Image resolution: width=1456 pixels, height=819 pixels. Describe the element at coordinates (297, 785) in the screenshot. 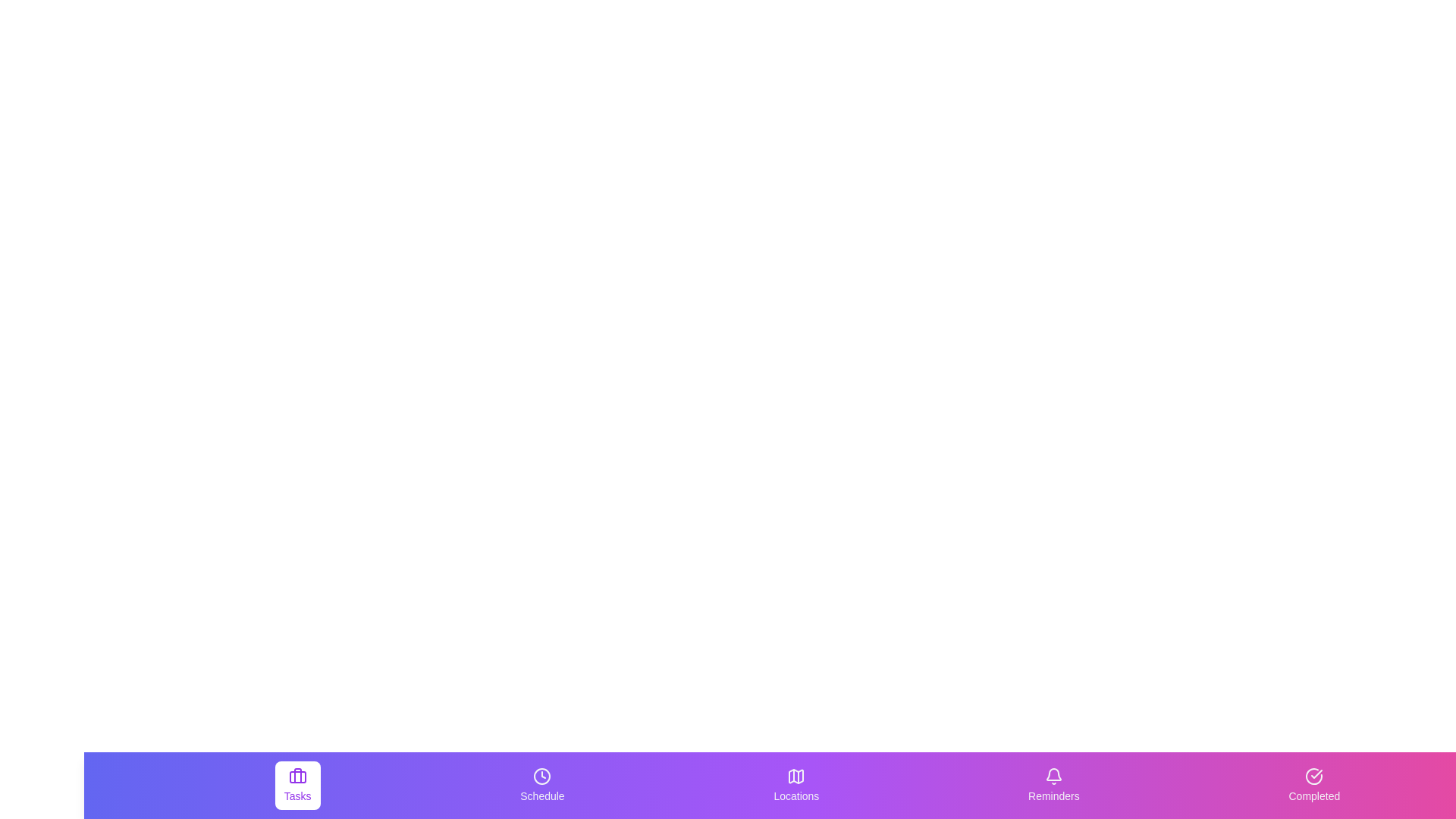

I see `the Tasks tab` at that location.